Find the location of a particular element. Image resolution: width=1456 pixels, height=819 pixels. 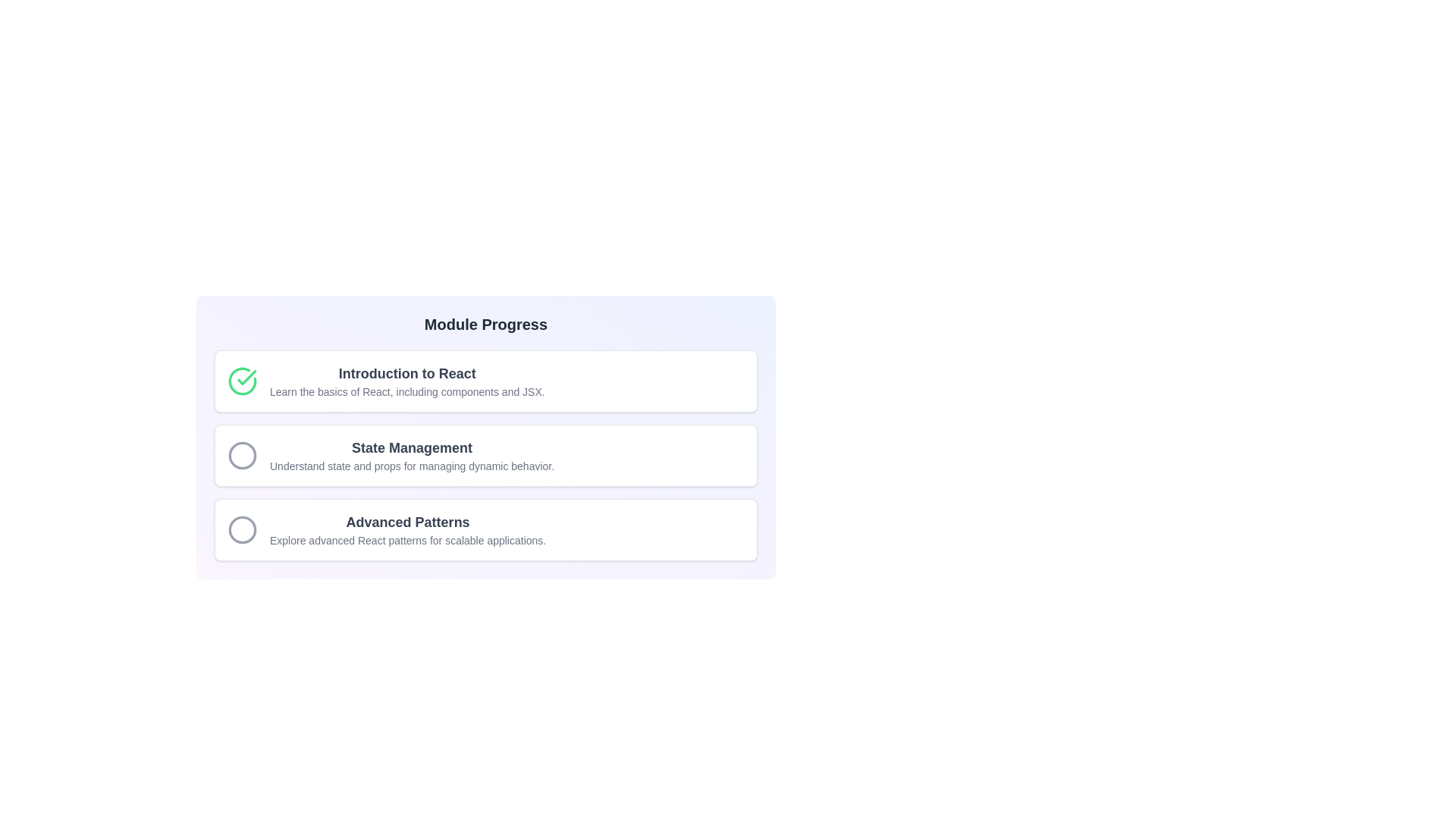

the Circular state icon with a gray border that represents an unchecked status, located to the left of the 'Advanced Patterns' module description is located at coordinates (243, 529).